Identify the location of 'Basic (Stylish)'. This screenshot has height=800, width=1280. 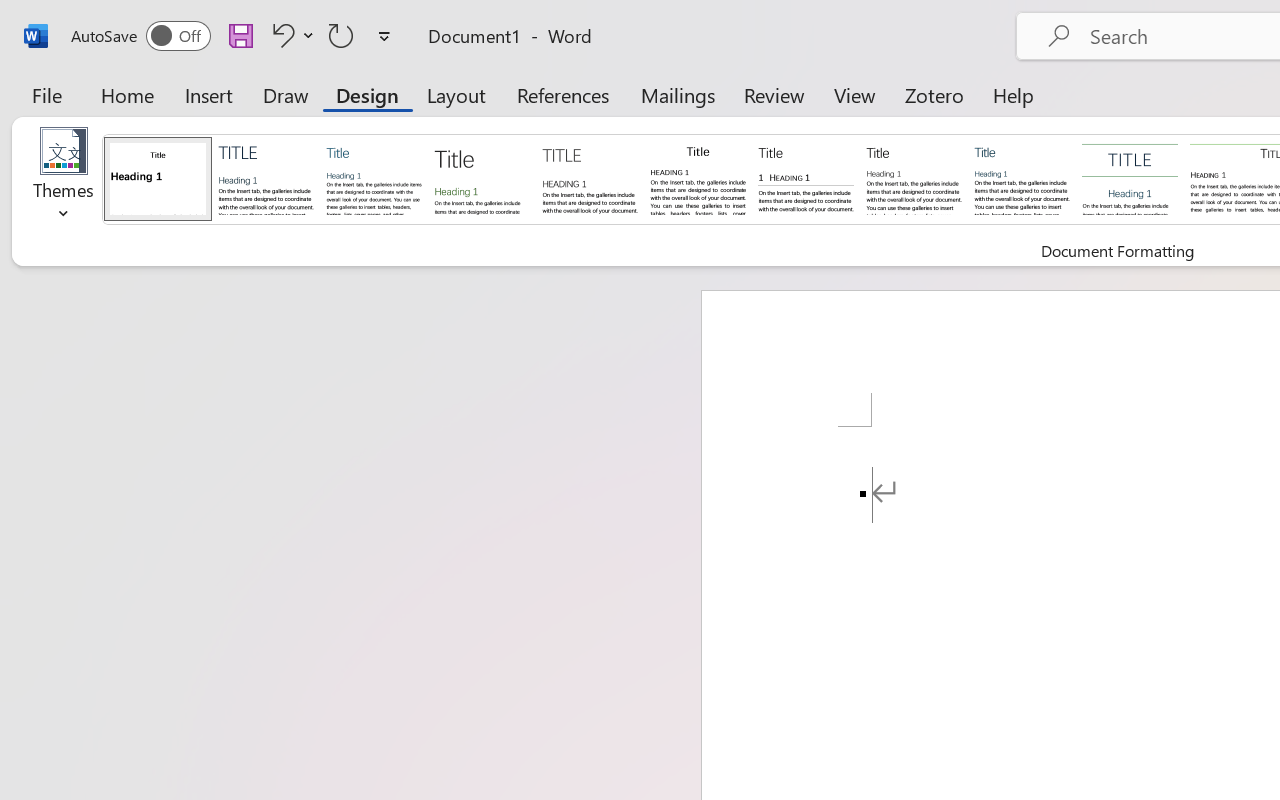
(481, 177).